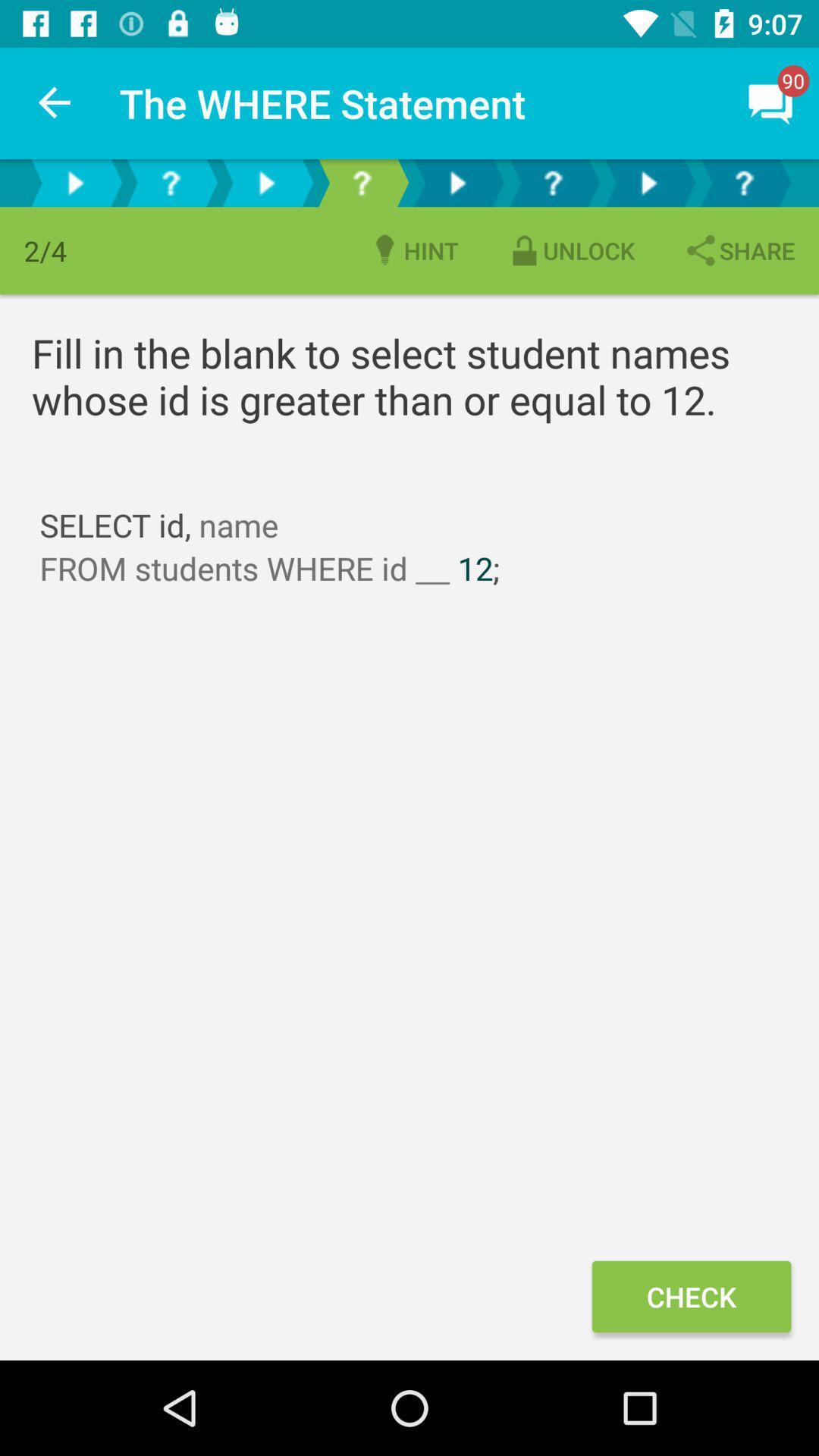 The image size is (819, 1456). What do you see at coordinates (742, 182) in the screenshot?
I see `info` at bounding box center [742, 182].